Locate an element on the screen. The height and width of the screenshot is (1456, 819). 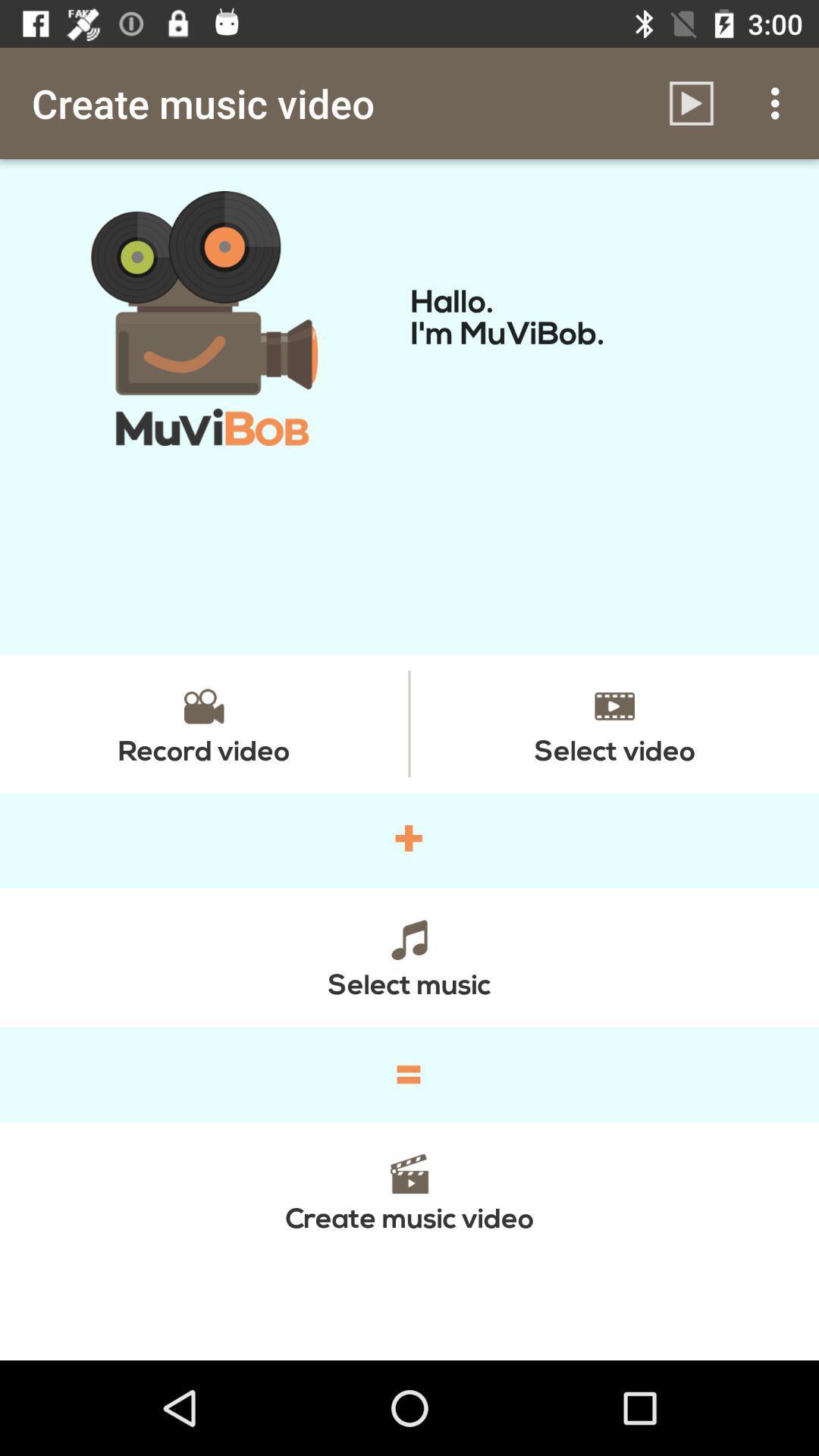
the item to the left of select video is located at coordinates (203, 723).